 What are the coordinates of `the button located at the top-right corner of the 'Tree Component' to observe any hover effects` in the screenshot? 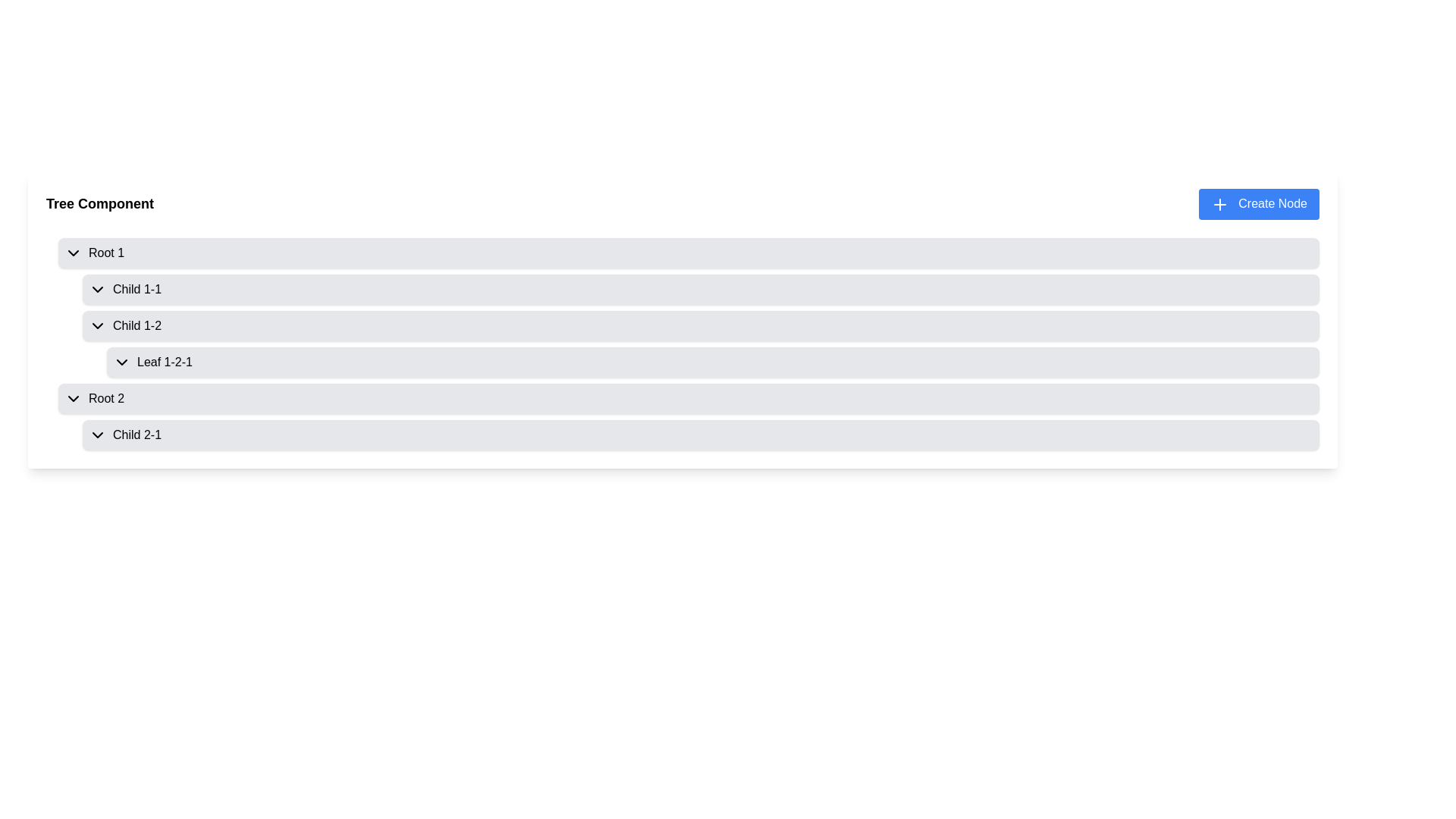 It's located at (1259, 203).